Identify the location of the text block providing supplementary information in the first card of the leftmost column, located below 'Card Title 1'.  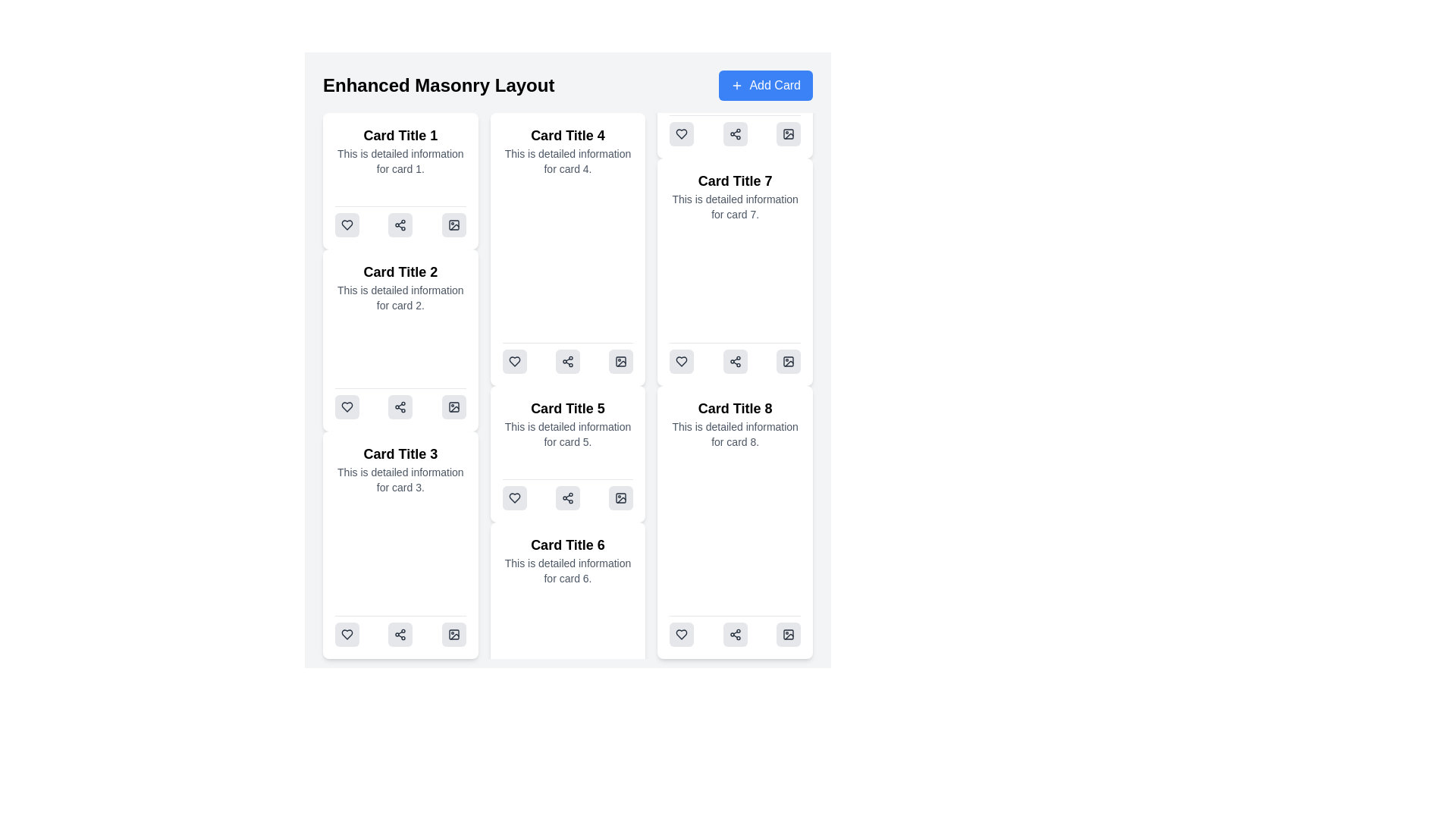
(400, 161).